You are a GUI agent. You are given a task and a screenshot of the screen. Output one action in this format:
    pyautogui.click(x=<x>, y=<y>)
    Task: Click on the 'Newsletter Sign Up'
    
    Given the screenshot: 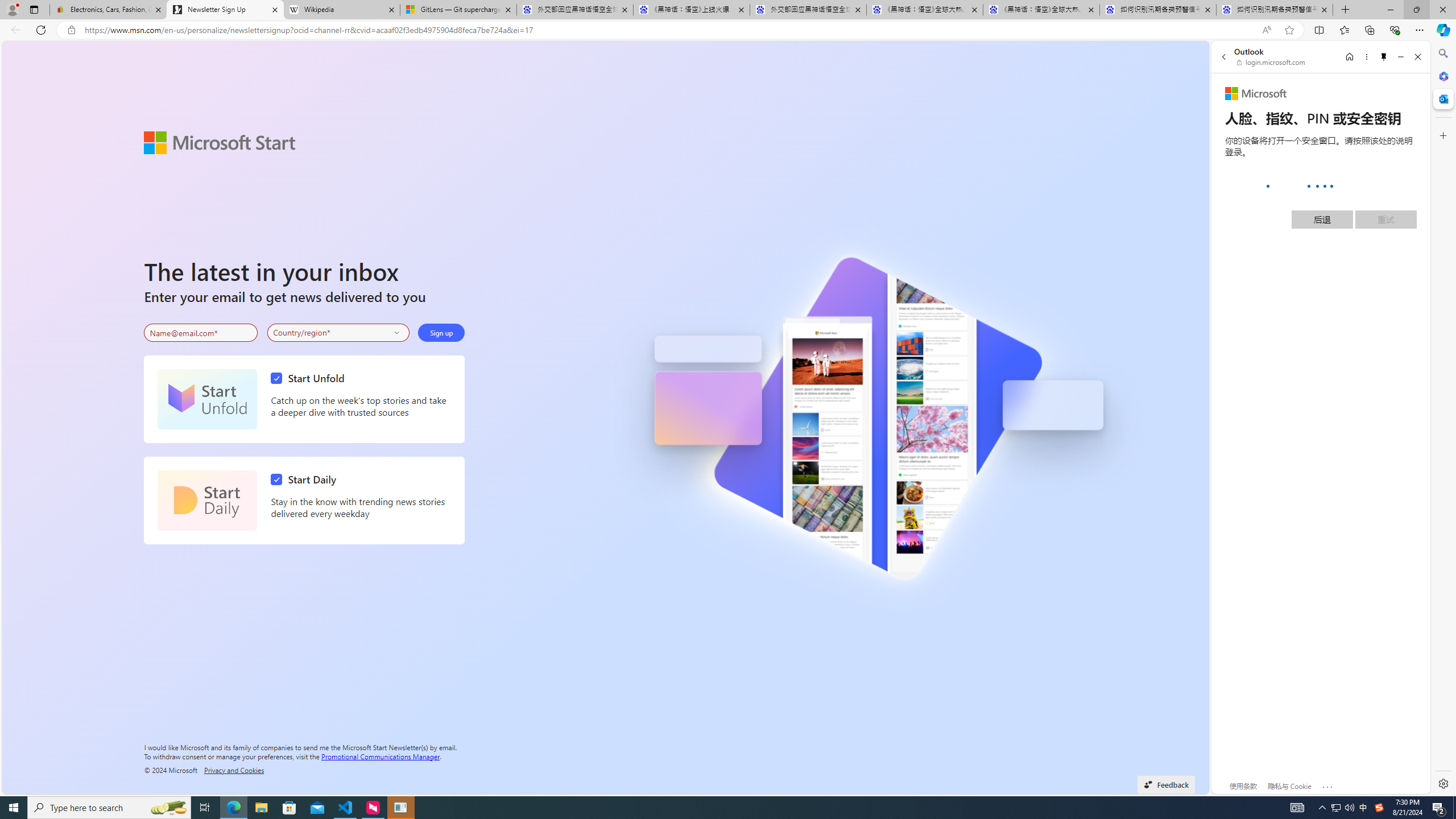 What is the action you would take?
    pyautogui.click(x=225, y=9)
    